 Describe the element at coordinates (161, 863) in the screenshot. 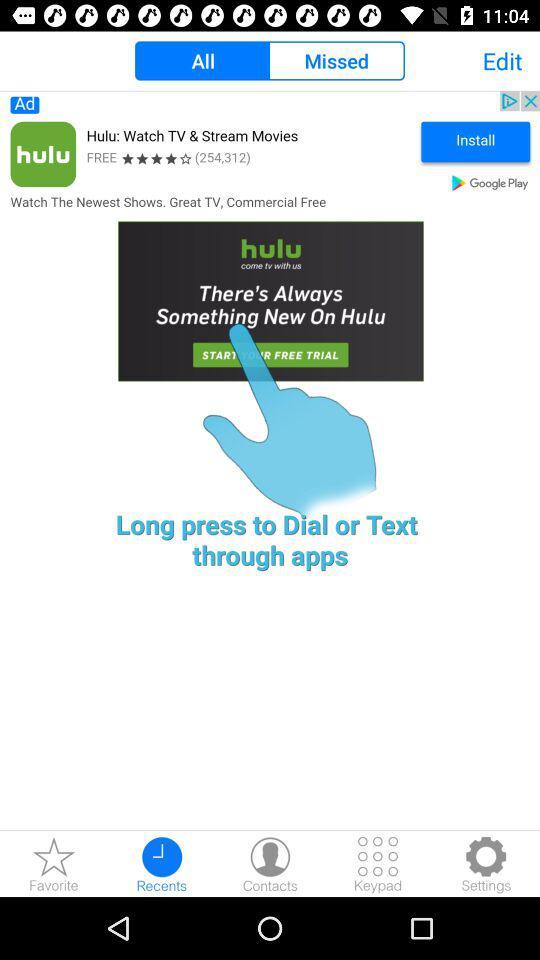

I see `see recent publications` at that location.